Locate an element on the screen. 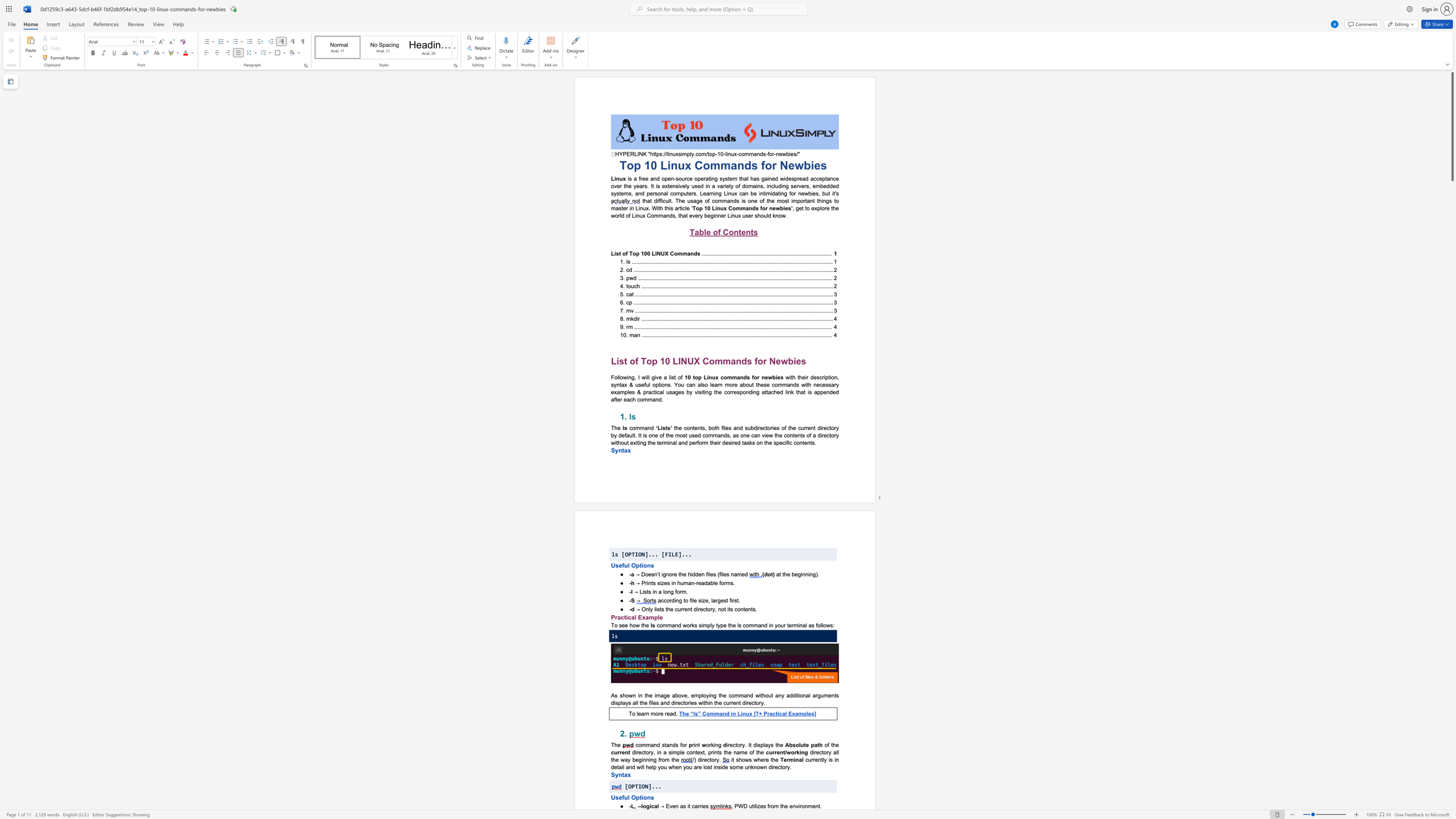  the subset text "-readable" within the text "→ Prints sizes in human-readable forms." is located at coordinates (694, 583).